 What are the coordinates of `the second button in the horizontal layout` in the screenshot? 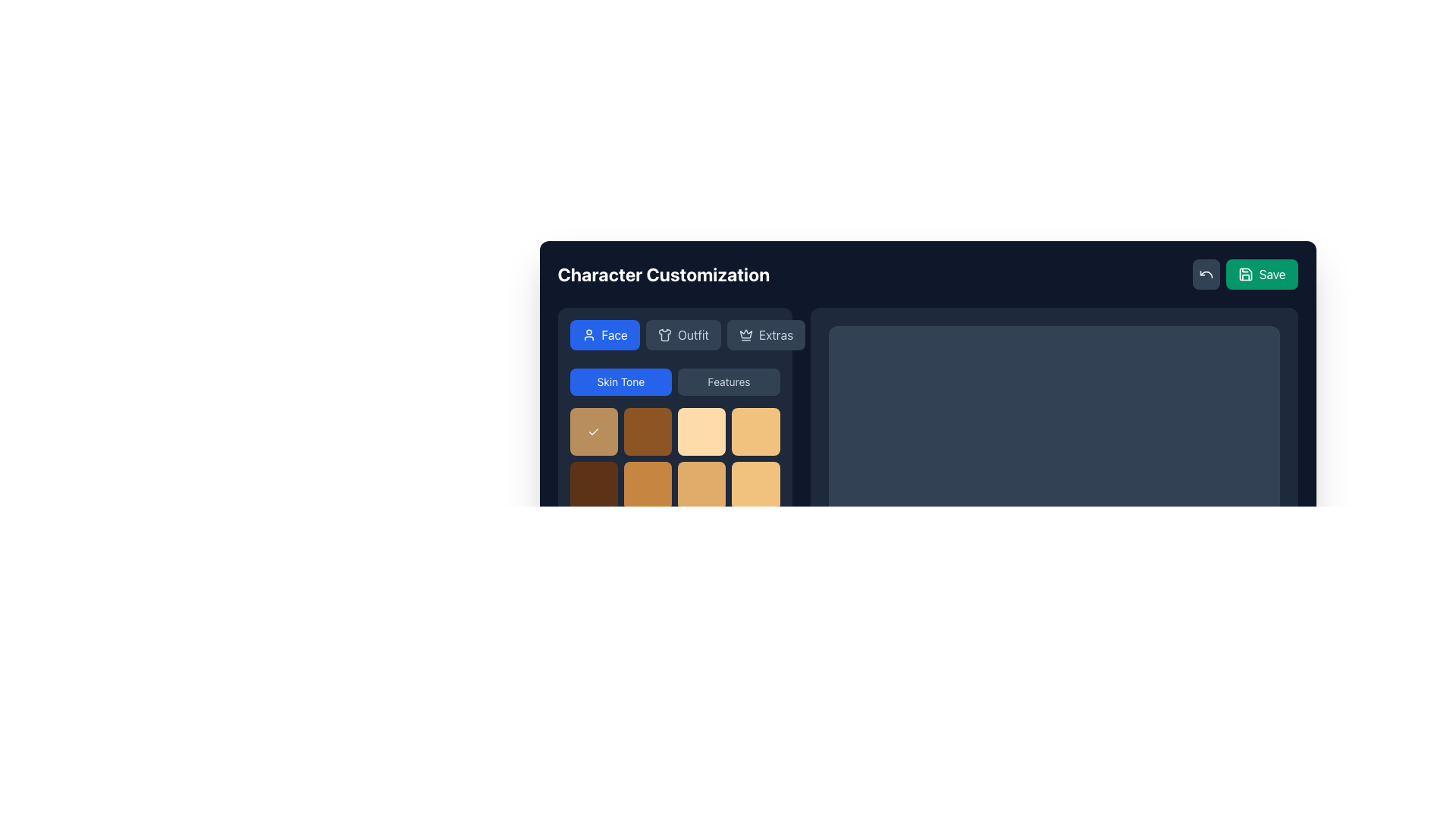 It's located at (1262, 275).